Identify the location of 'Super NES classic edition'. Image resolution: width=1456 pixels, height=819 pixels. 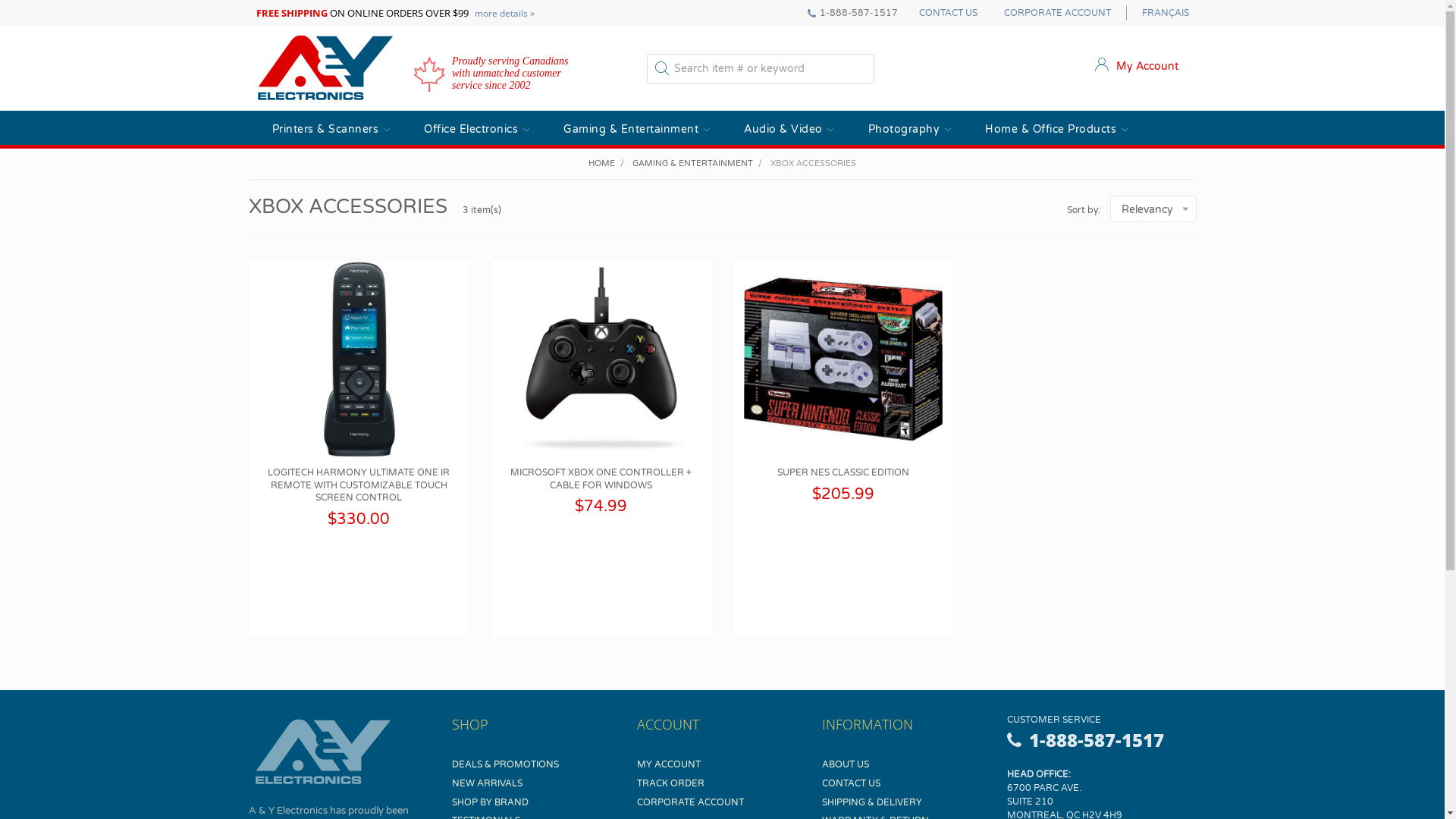
(843, 359).